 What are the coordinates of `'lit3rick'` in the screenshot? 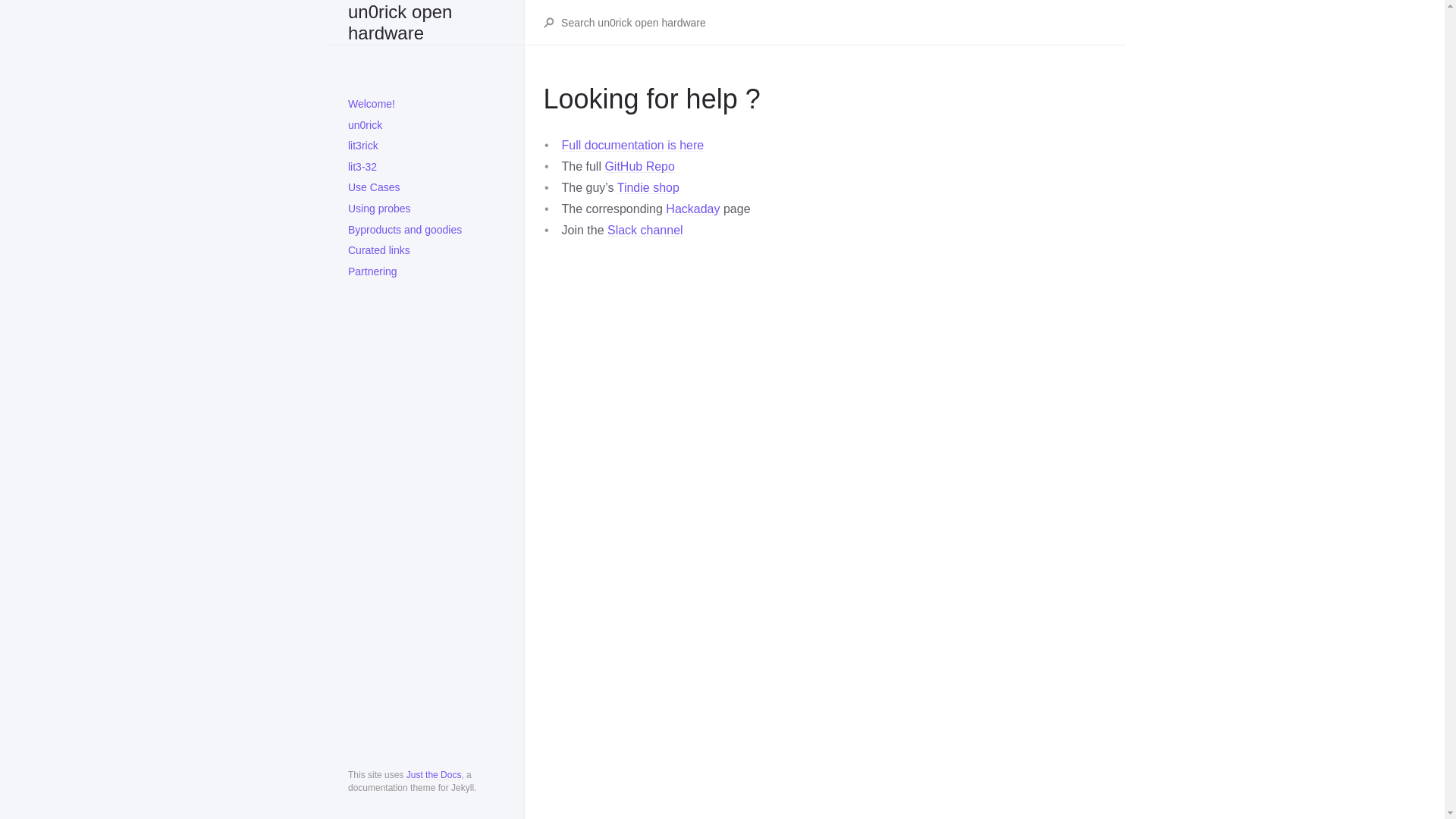 It's located at (423, 146).